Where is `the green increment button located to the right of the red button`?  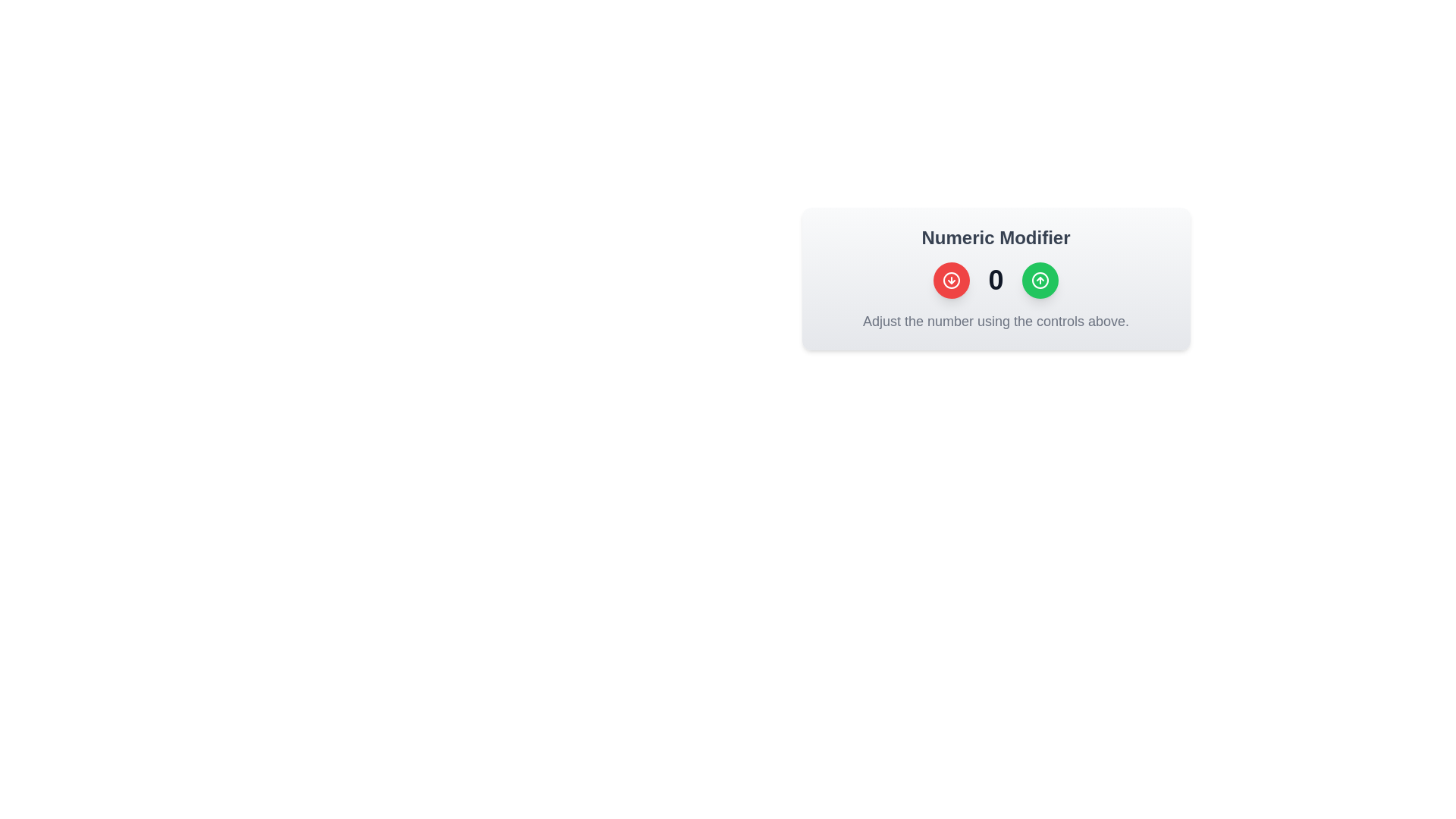 the green increment button located to the right of the red button is located at coordinates (1039, 281).